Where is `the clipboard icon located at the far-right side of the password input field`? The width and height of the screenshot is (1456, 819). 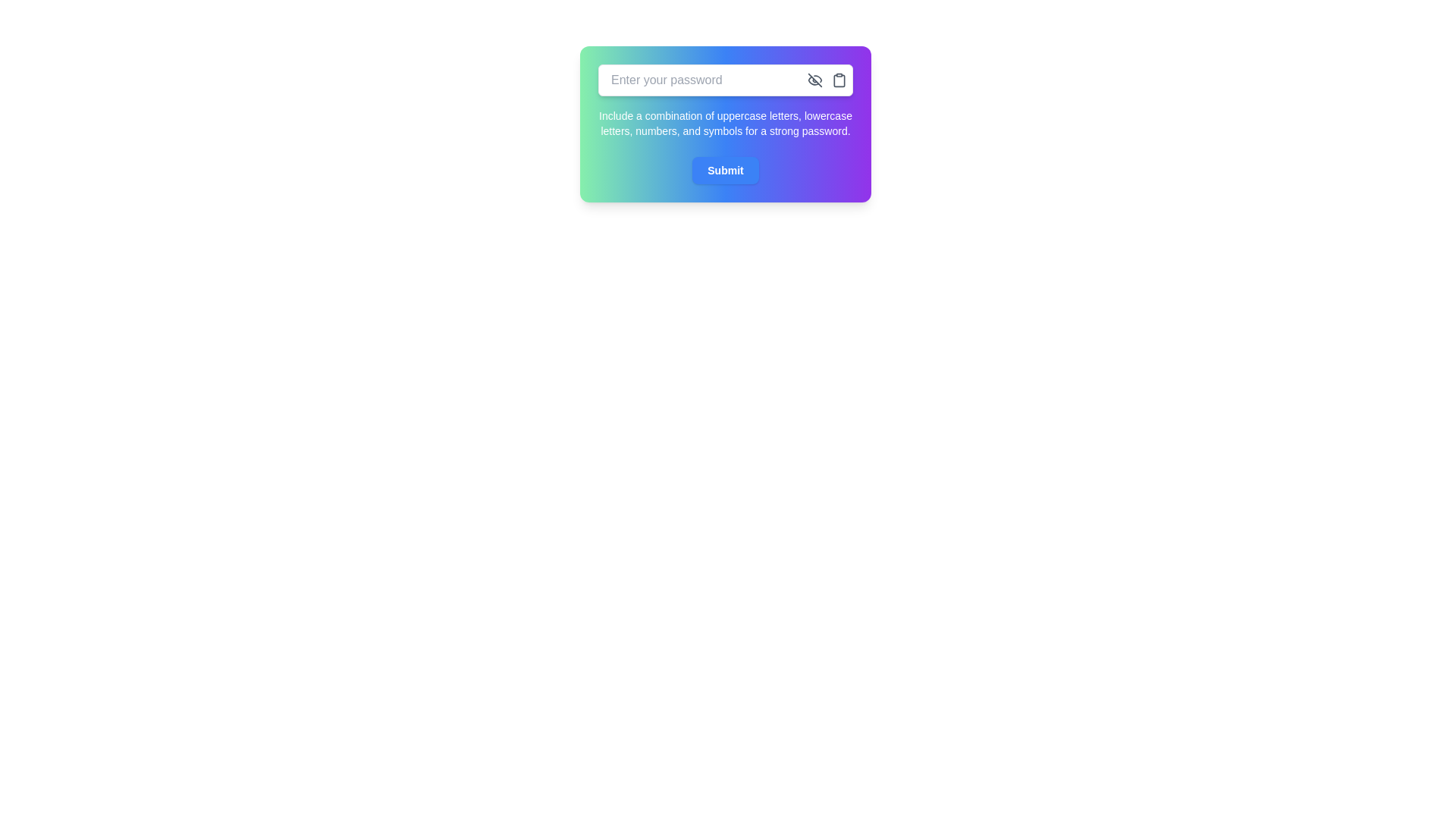 the clipboard icon located at the far-right side of the password input field is located at coordinates (839, 80).